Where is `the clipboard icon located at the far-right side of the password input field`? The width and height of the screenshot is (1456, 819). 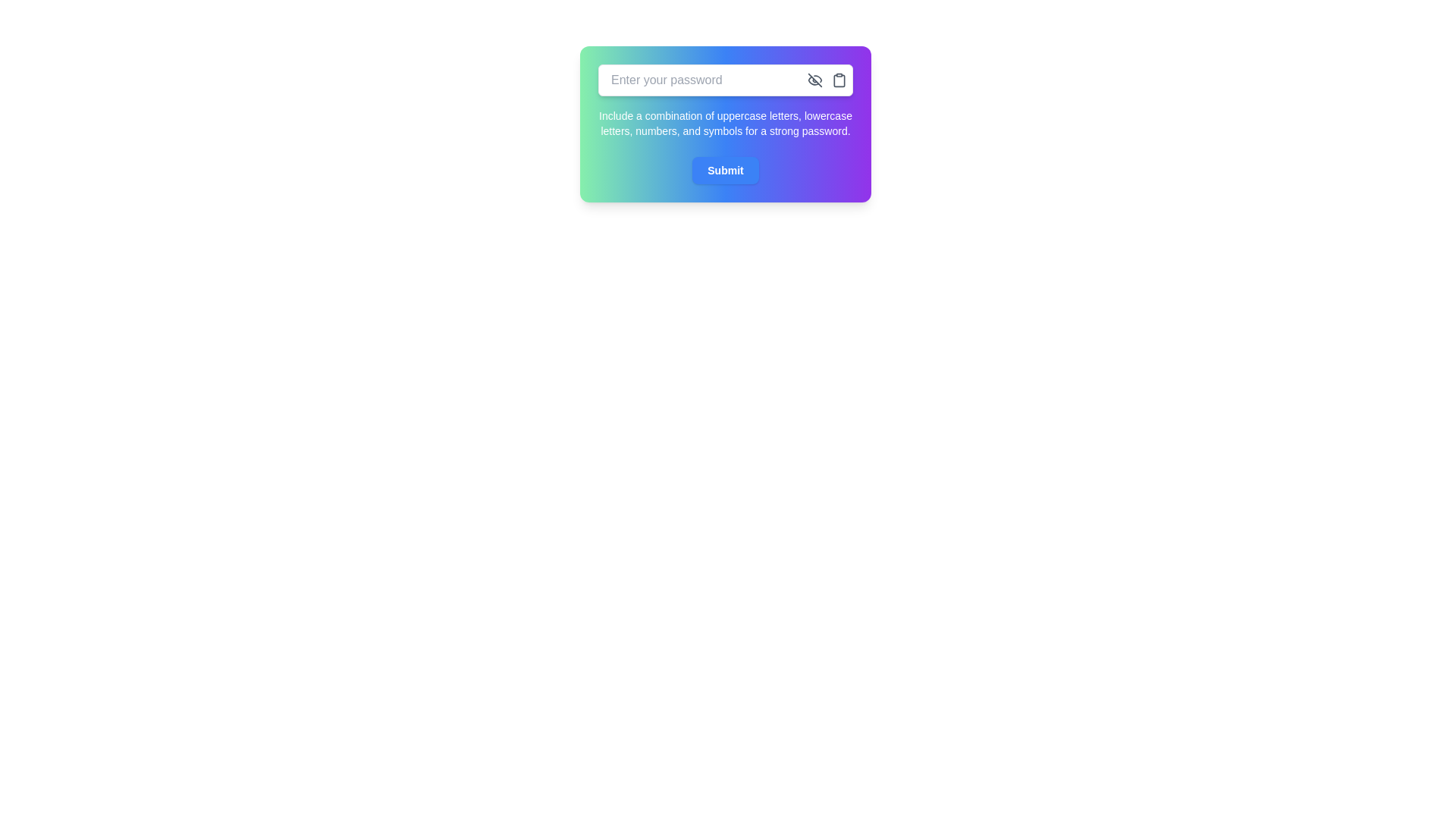 the clipboard icon located at the far-right side of the password input field is located at coordinates (839, 80).